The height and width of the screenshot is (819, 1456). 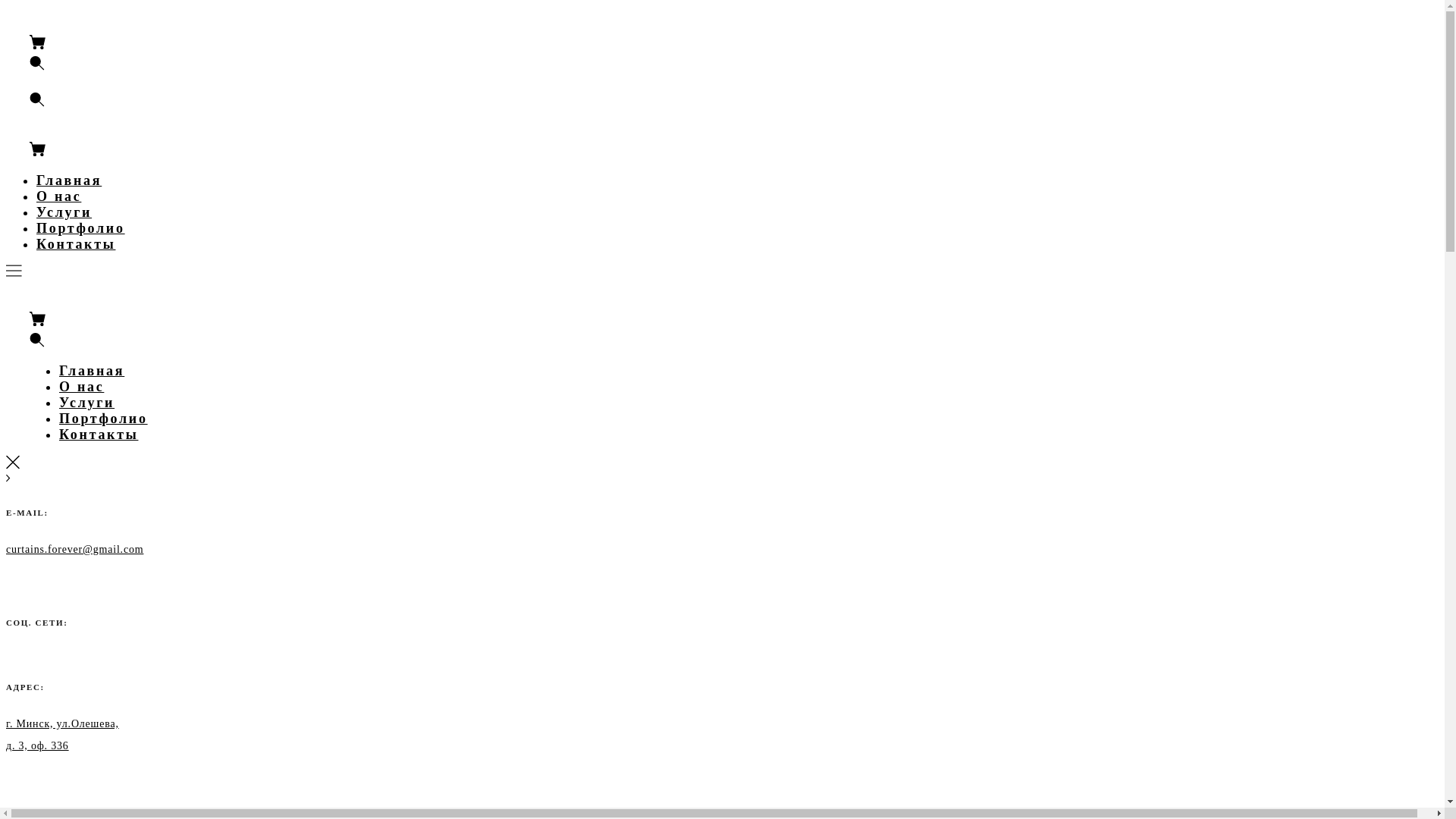 What do you see at coordinates (74, 548) in the screenshot?
I see `'curtains.forever@gmail.com'` at bounding box center [74, 548].